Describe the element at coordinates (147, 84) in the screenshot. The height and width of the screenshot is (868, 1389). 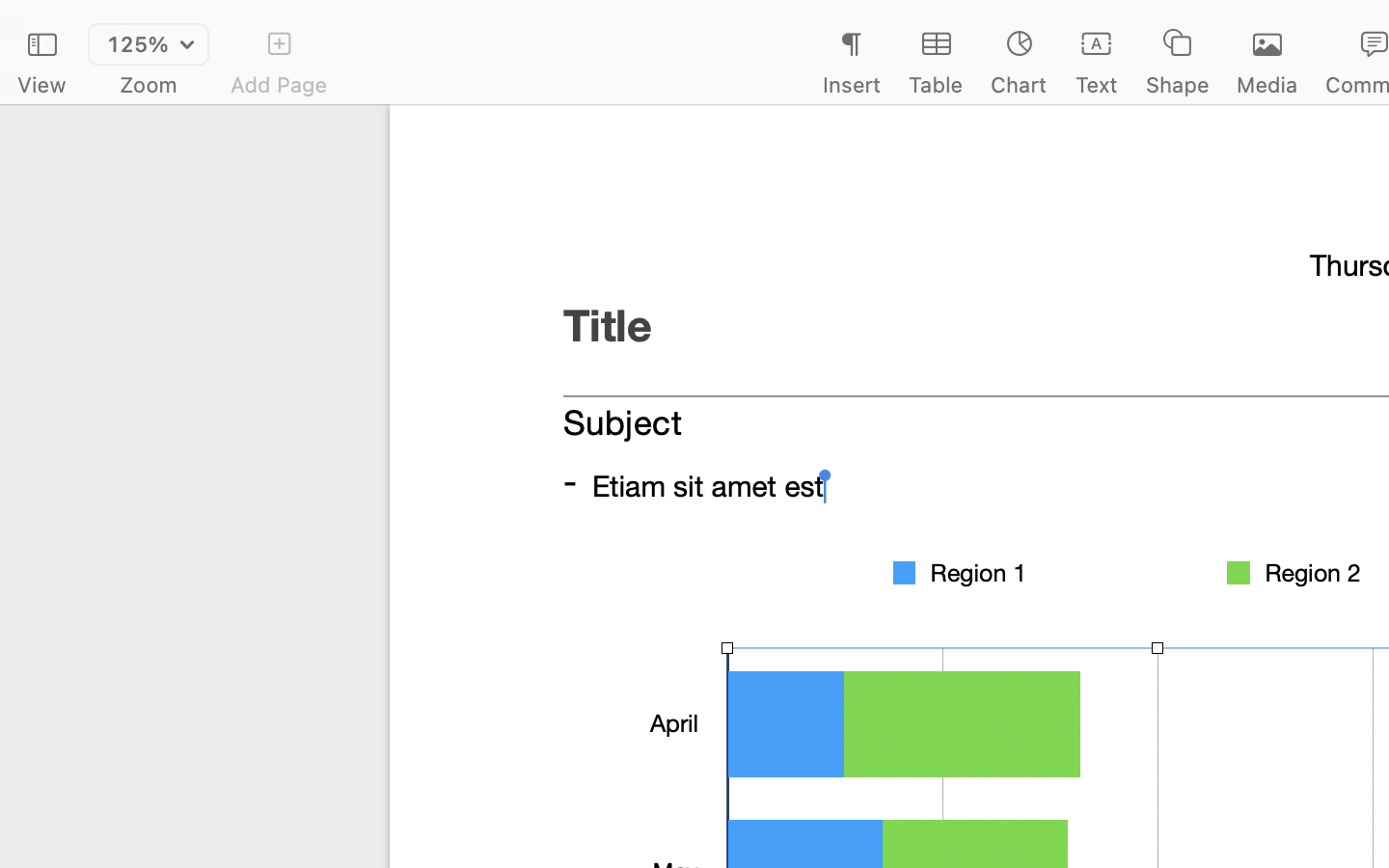
I see `'Zoom'` at that location.